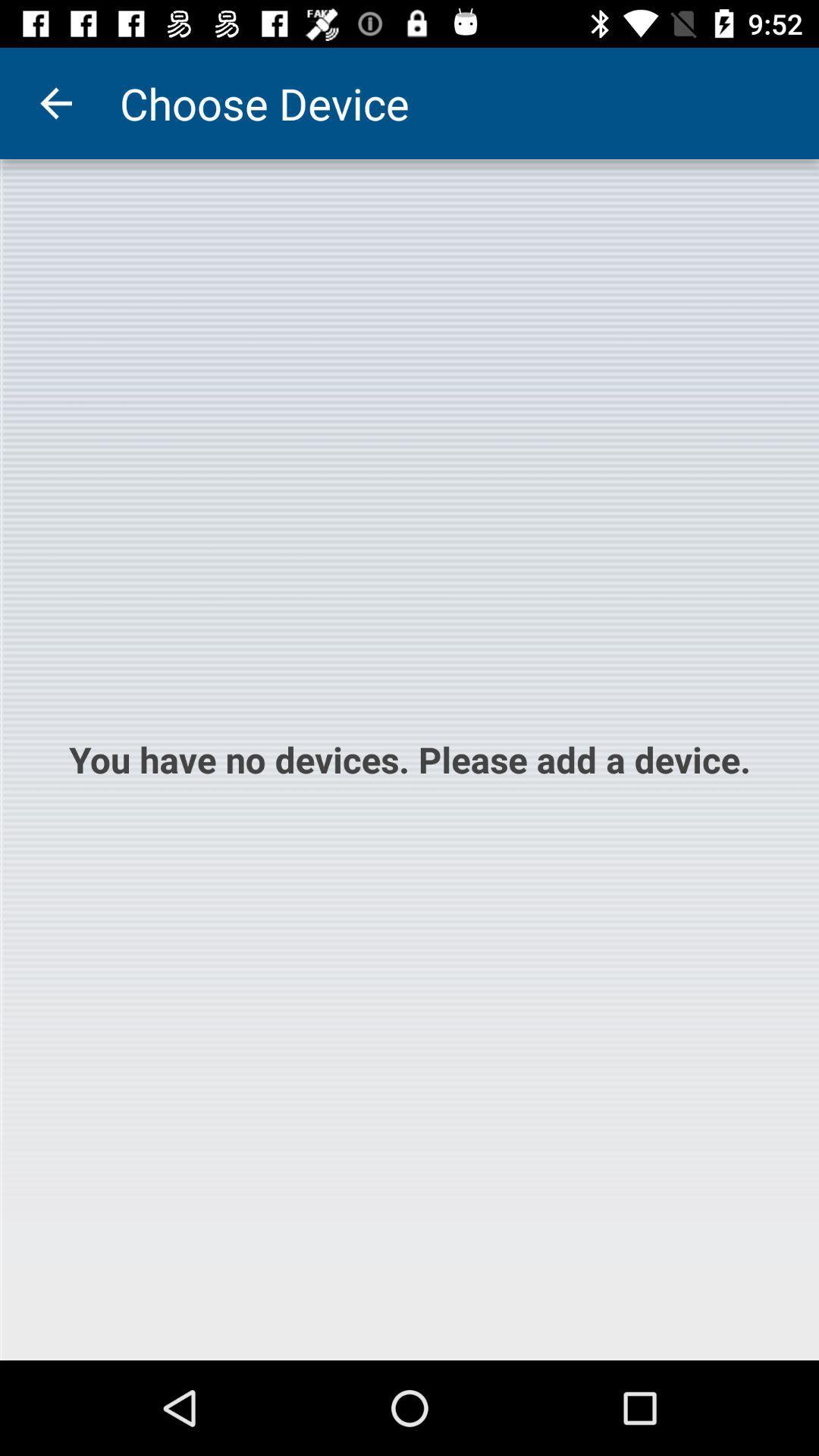 The height and width of the screenshot is (1456, 819). Describe the element at coordinates (55, 102) in the screenshot. I see `icon next to the choose device icon` at that location.